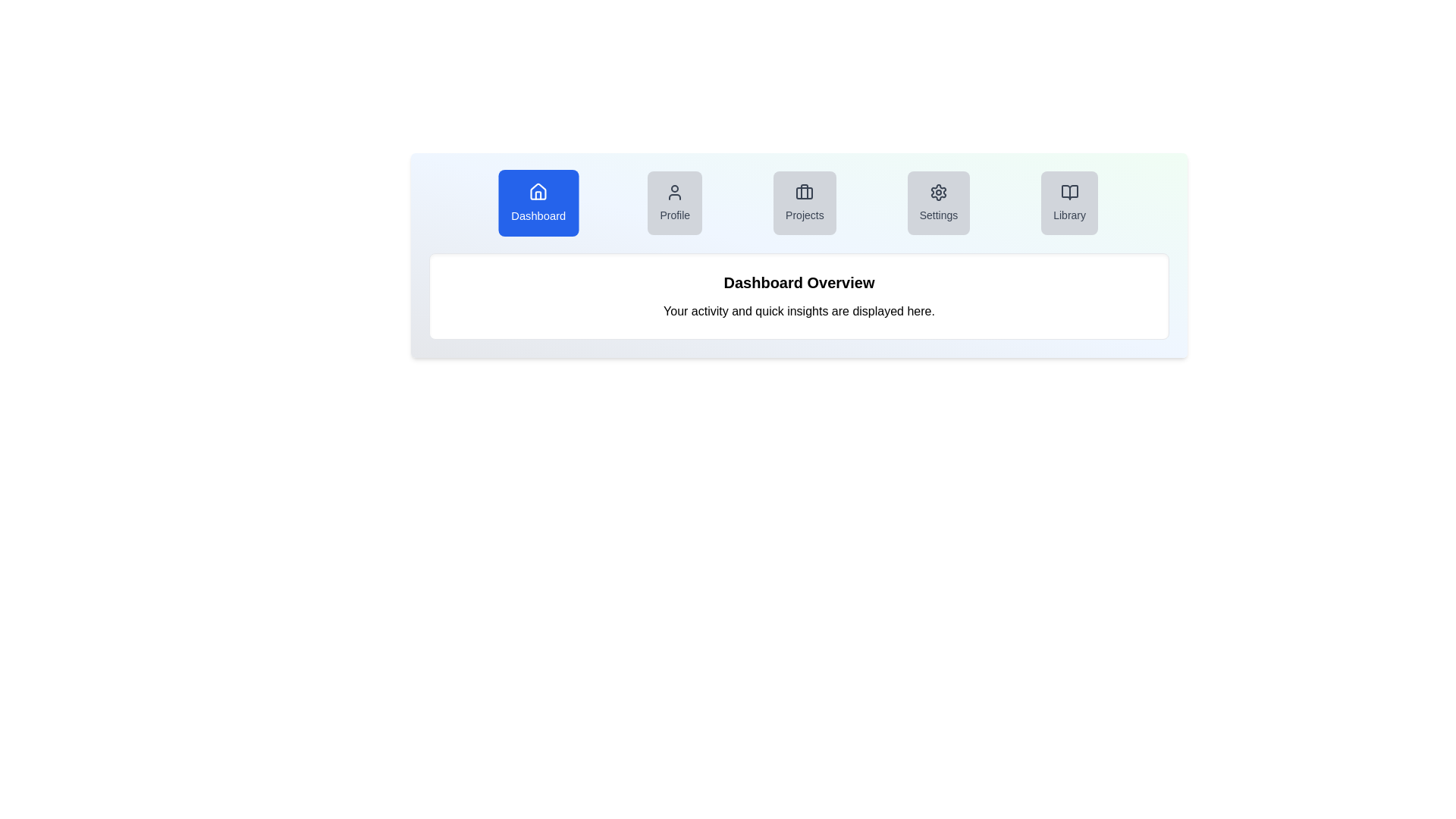  What do you see at coordinates (1068, 192) in the screenshot?
I see `the left page of the book icon within the 'Library' navigation button to enhance user recognition` at bounding box center [1068, 192].